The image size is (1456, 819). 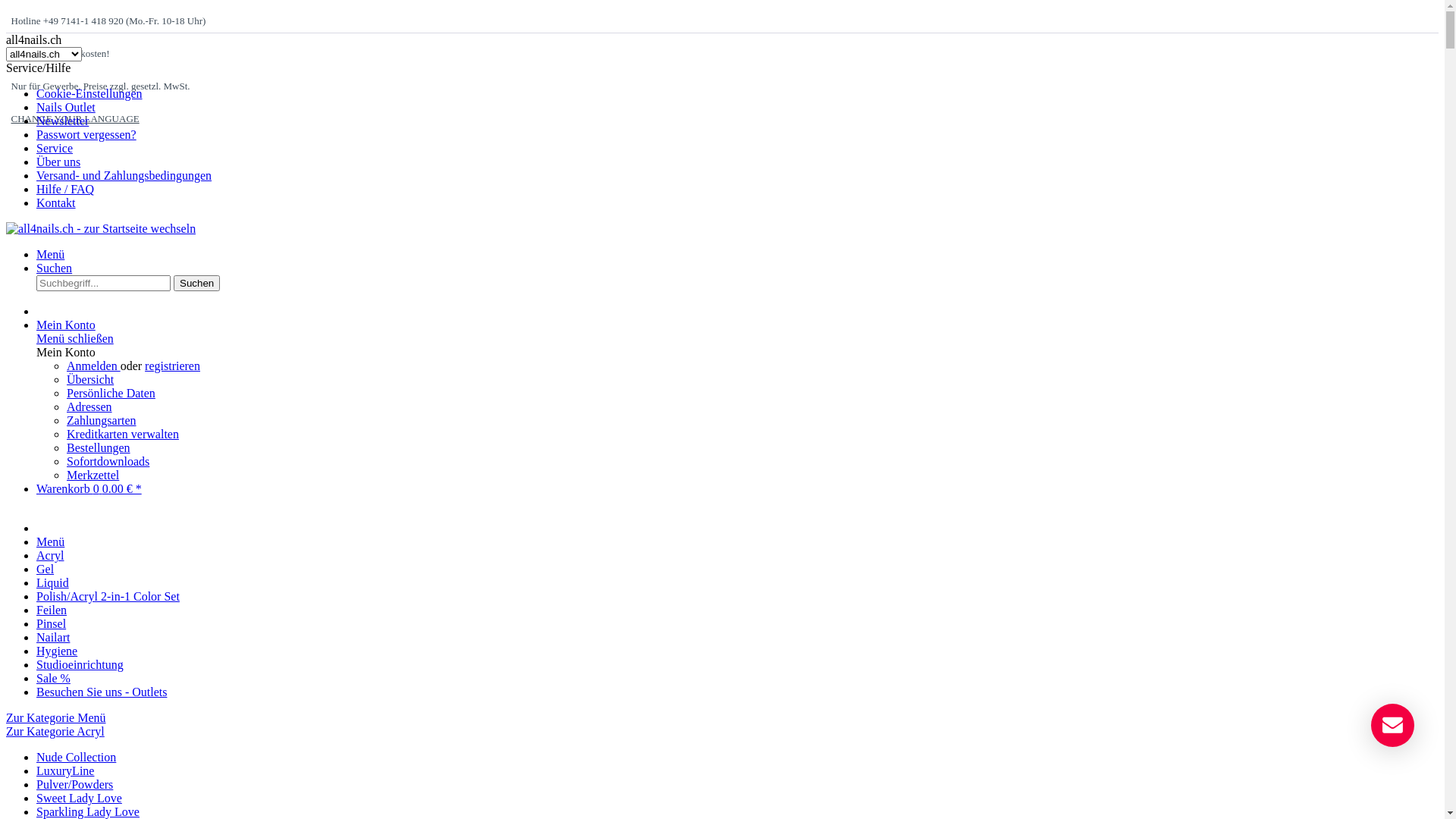 What do you see at coordinates (6, 730) in the screenshot?
I see `'Zur Kategorie Acryl'` at bounding box center [6, 730].